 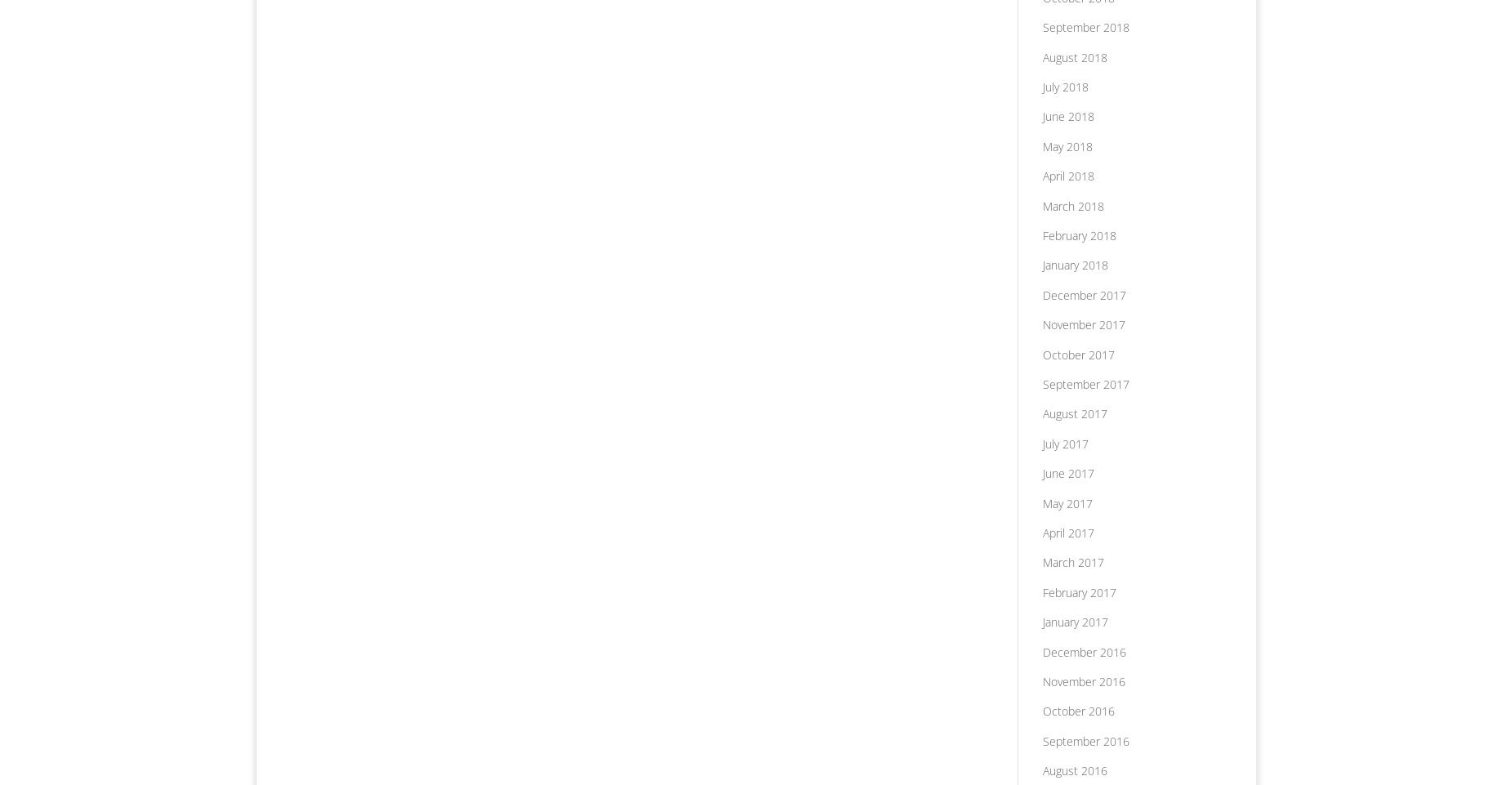 What do you see at coordinates (1083, 293) in the screenshot?
I see `'December 2017'` at bounding box center [1083, 293].